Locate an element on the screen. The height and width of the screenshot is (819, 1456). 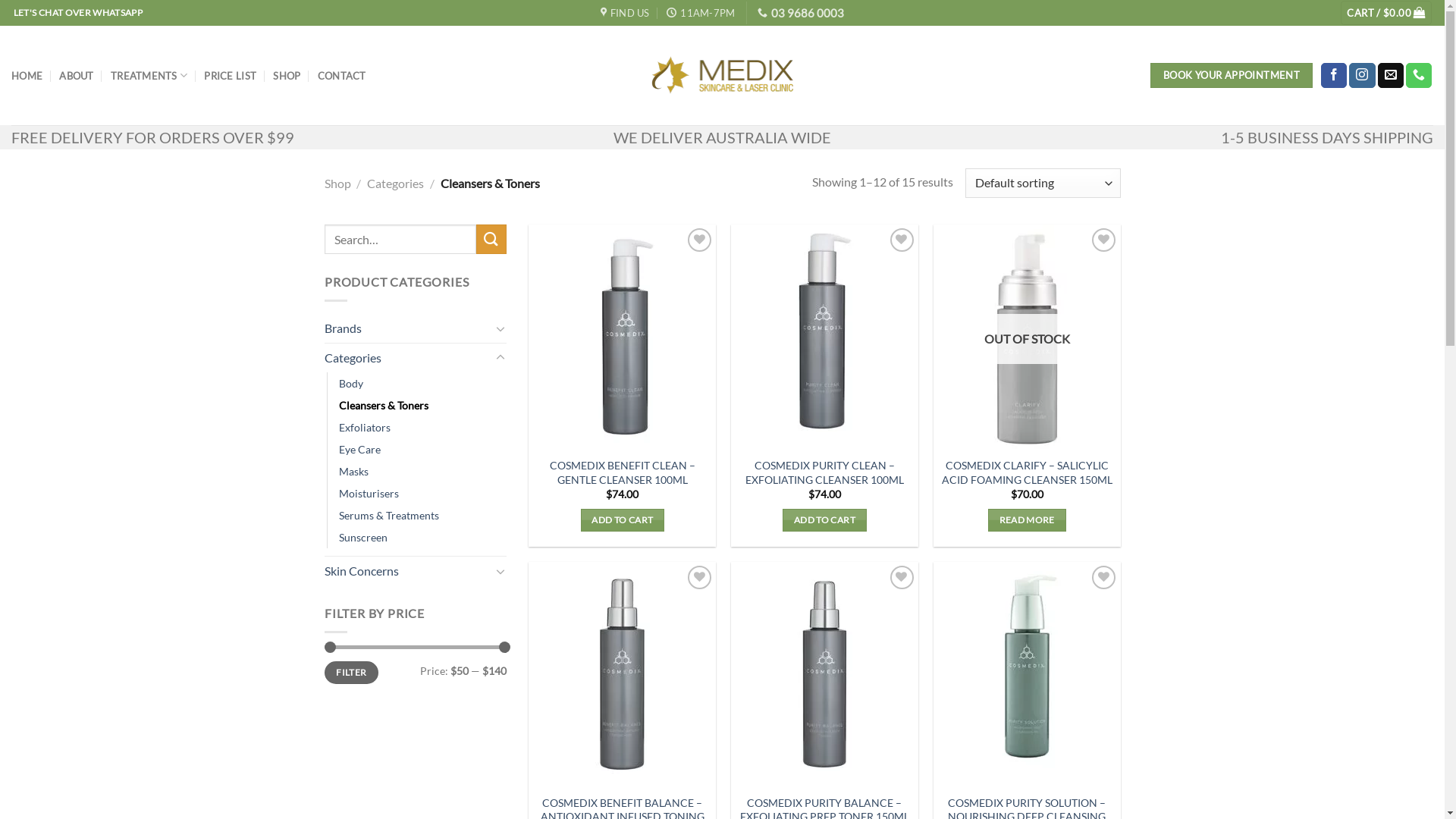
'Cleansers & Toners' is located at coordinates (382, 404).